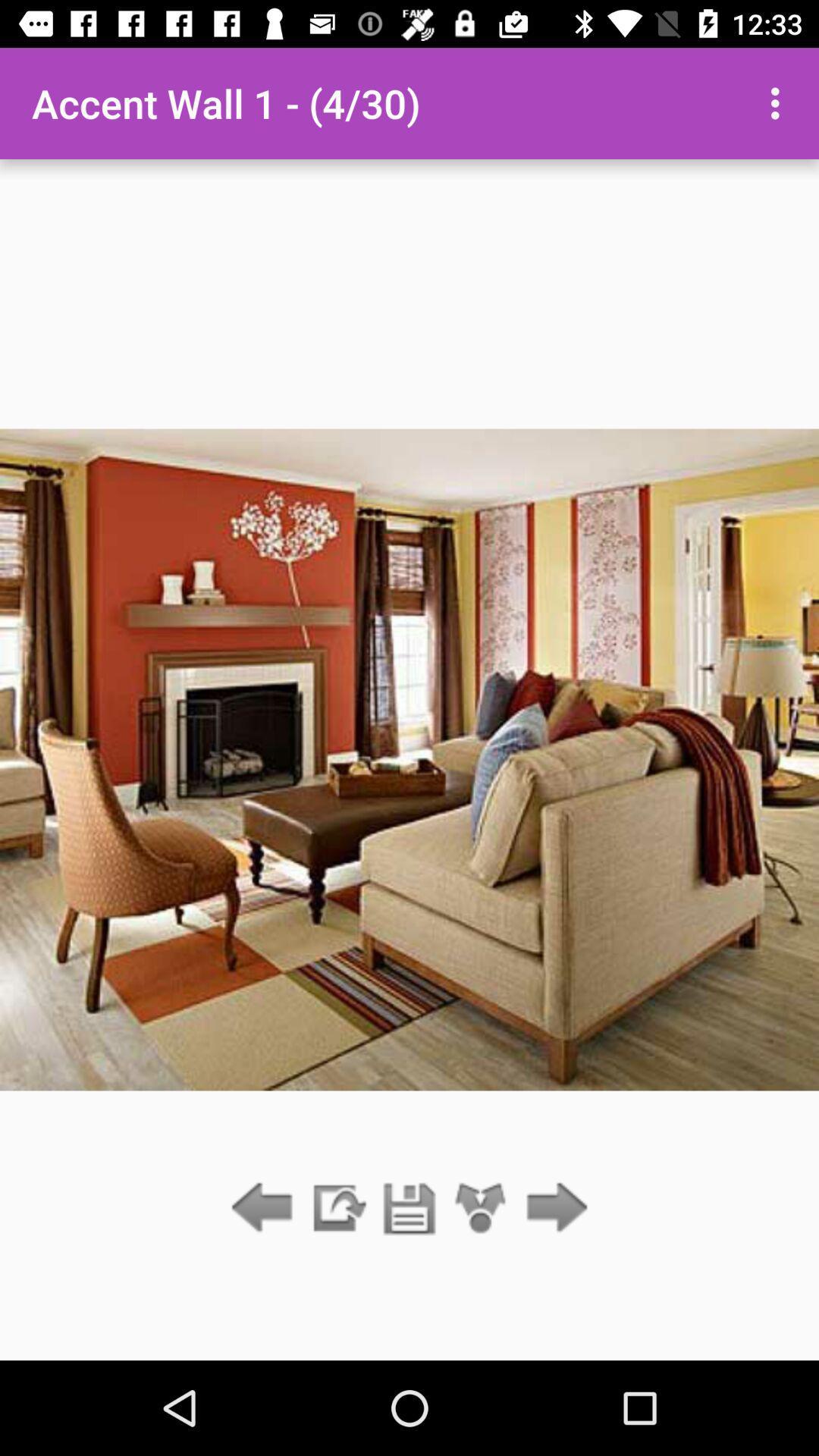 The image size is (819, 1456). What do you see at coordinates (409, 1208) in the screenshot?
I see `to disk` at bounding box center [409, 1208].